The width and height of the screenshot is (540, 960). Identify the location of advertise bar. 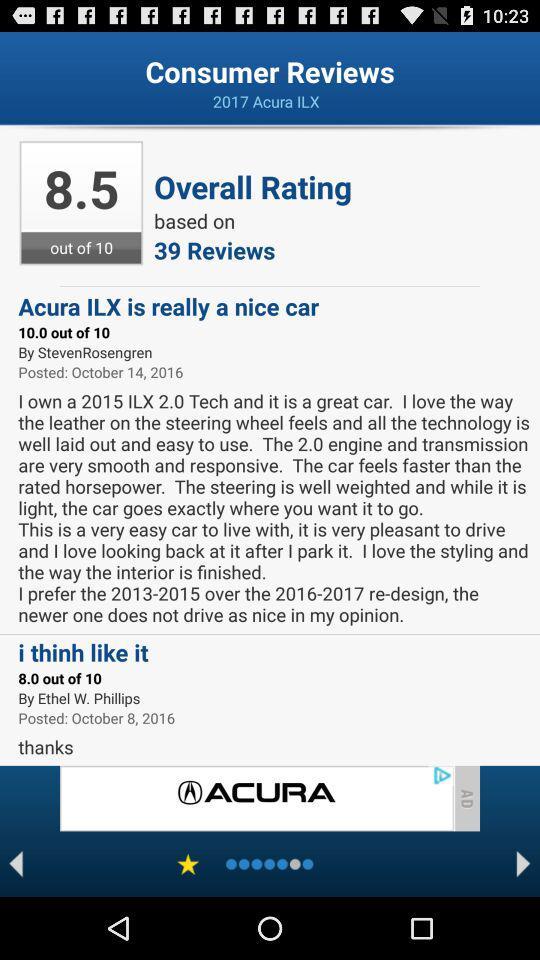
(256, 798).